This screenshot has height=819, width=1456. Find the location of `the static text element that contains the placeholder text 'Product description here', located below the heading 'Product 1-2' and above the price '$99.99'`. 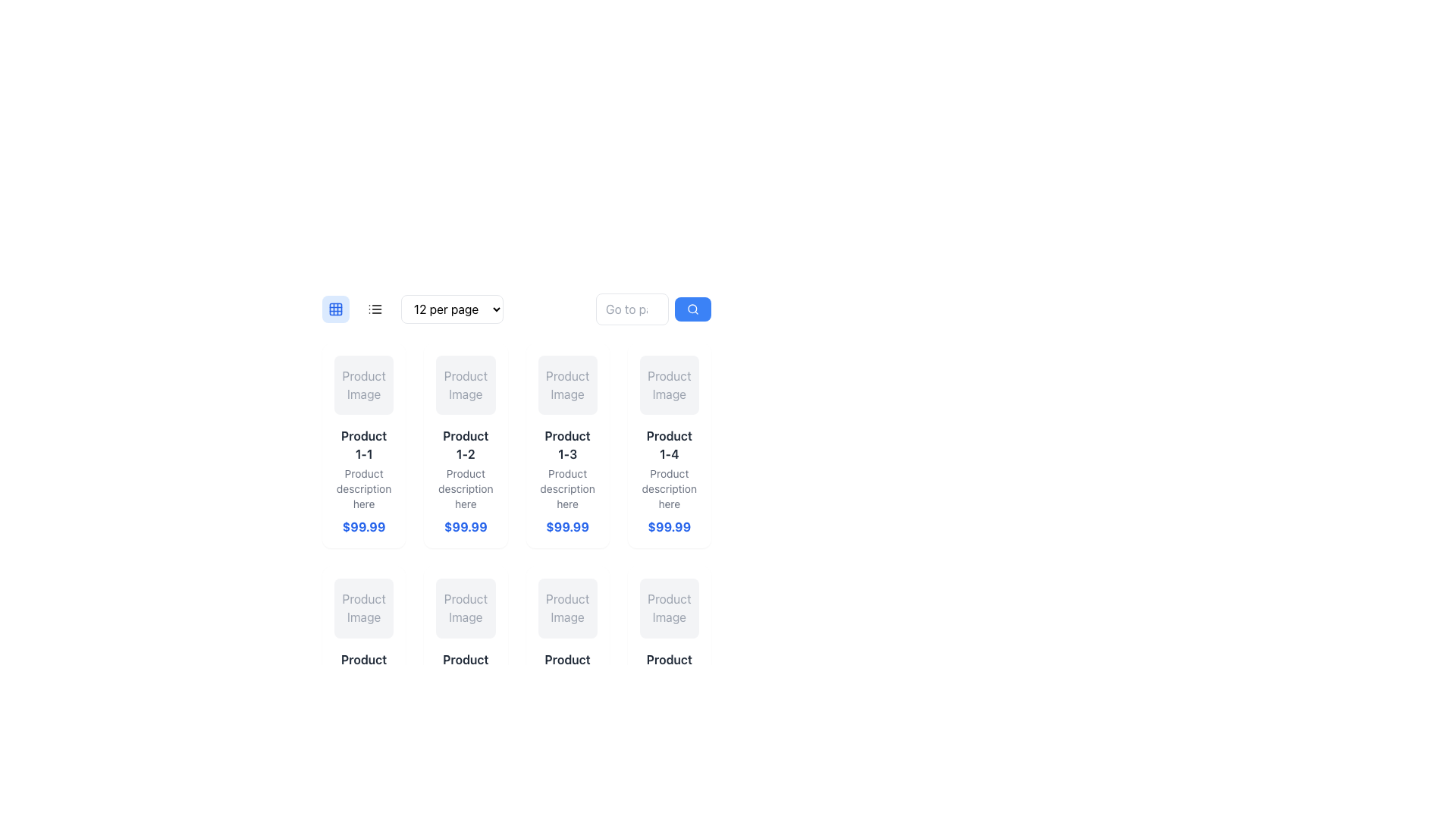

the static text element that contains the placeholder text 'Product description here', located below the heading 'Product 1-2' and above the price '$99.99' is located at coordinates (465, 489).